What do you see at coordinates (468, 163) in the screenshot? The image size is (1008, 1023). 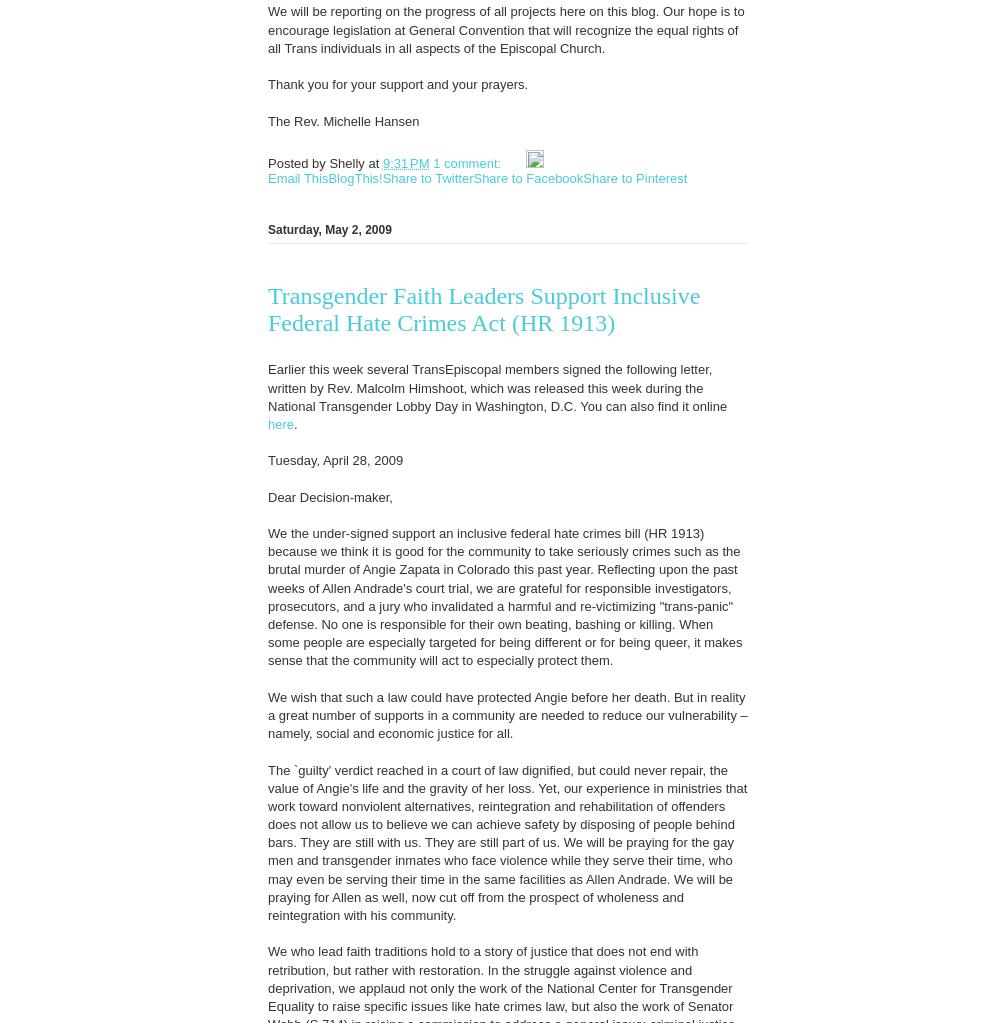 I see `'1 comment:'` at bounding box center [468, 163].